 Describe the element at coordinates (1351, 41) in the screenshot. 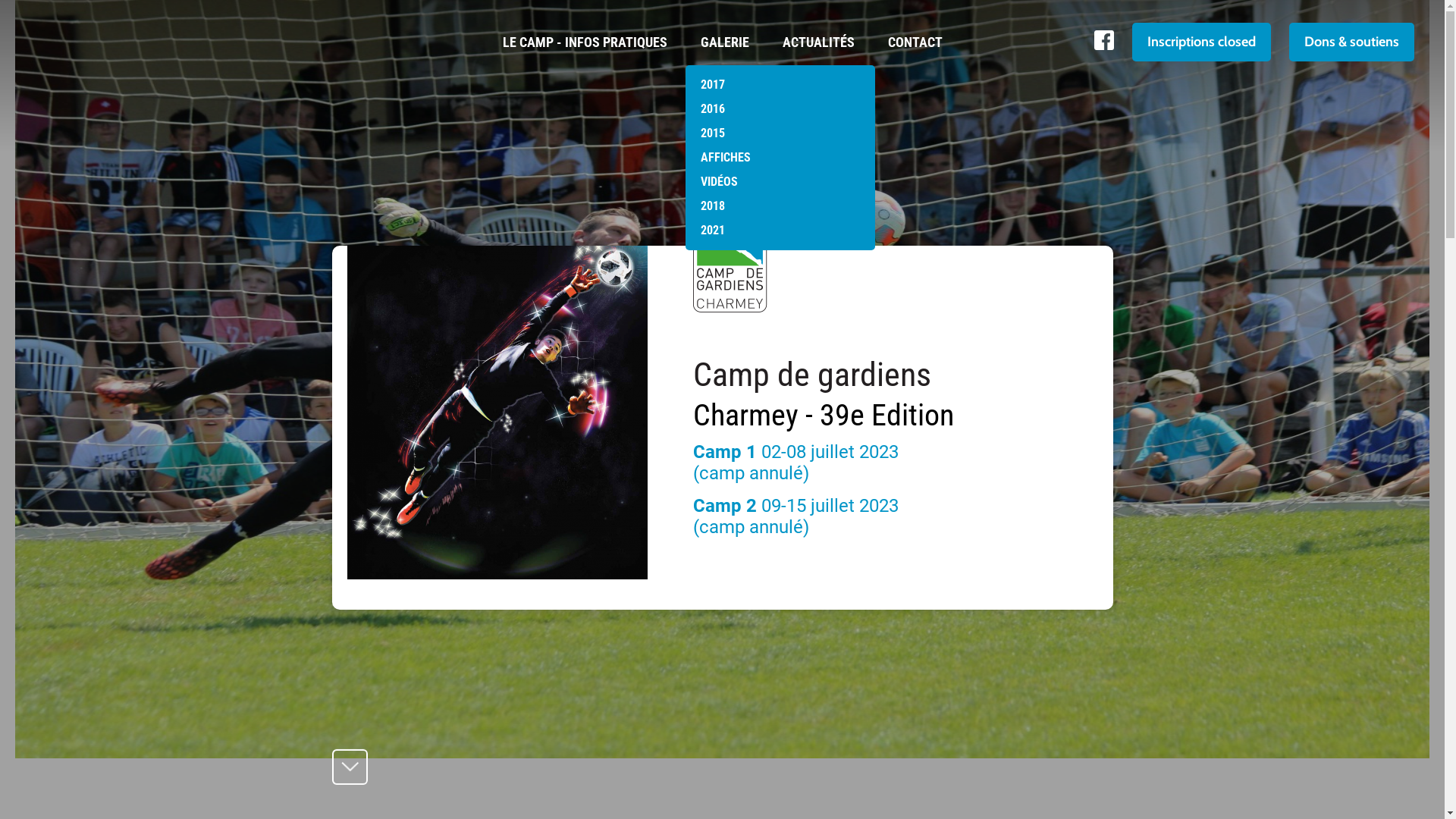

I see `'Dons & soutiens'` at that location.